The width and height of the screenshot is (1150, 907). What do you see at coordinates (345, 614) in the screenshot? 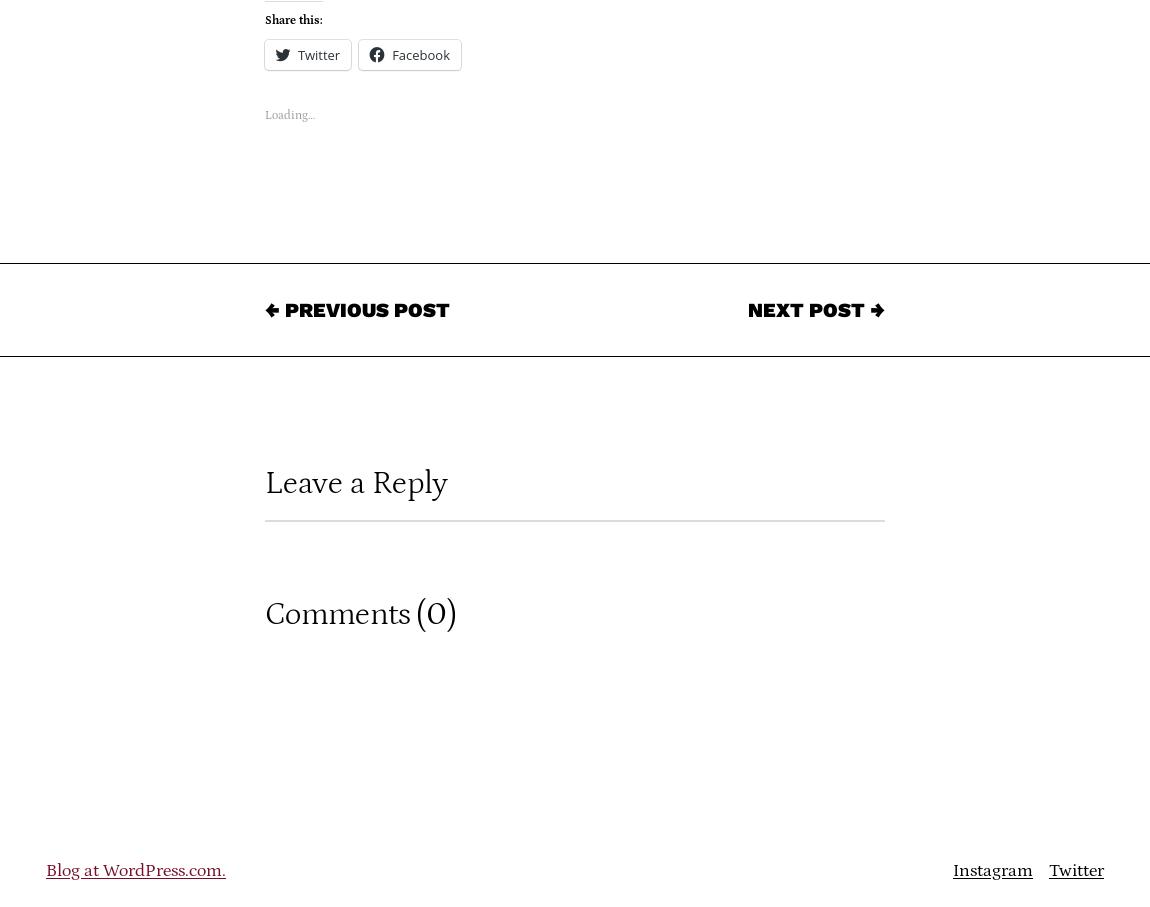
I see `'Comments ('` at bounding box center [345, 614].